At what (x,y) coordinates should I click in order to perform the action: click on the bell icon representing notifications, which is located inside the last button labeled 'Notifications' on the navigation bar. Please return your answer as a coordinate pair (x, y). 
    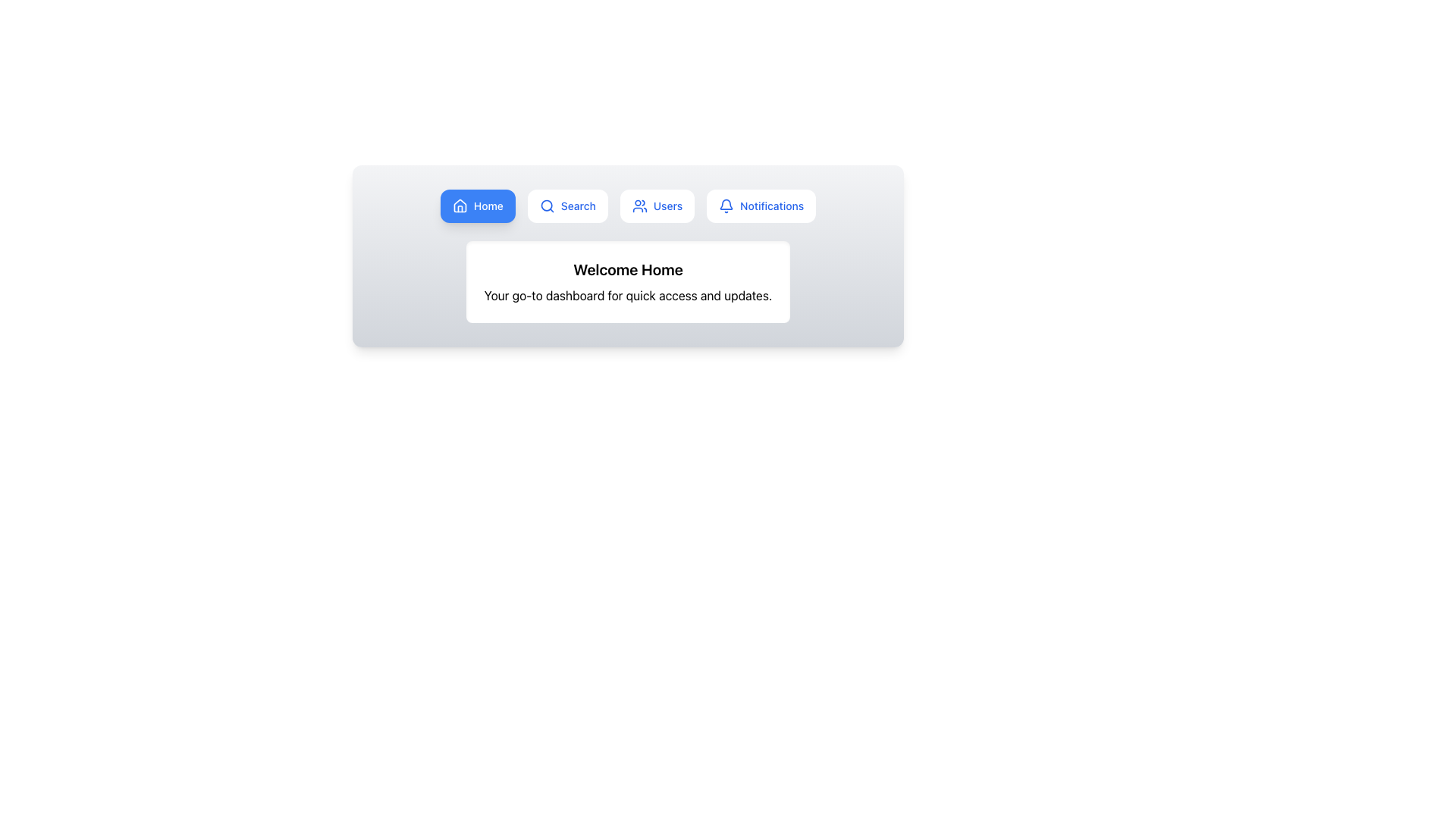
    Looking at the image, I should click on (726, 206).